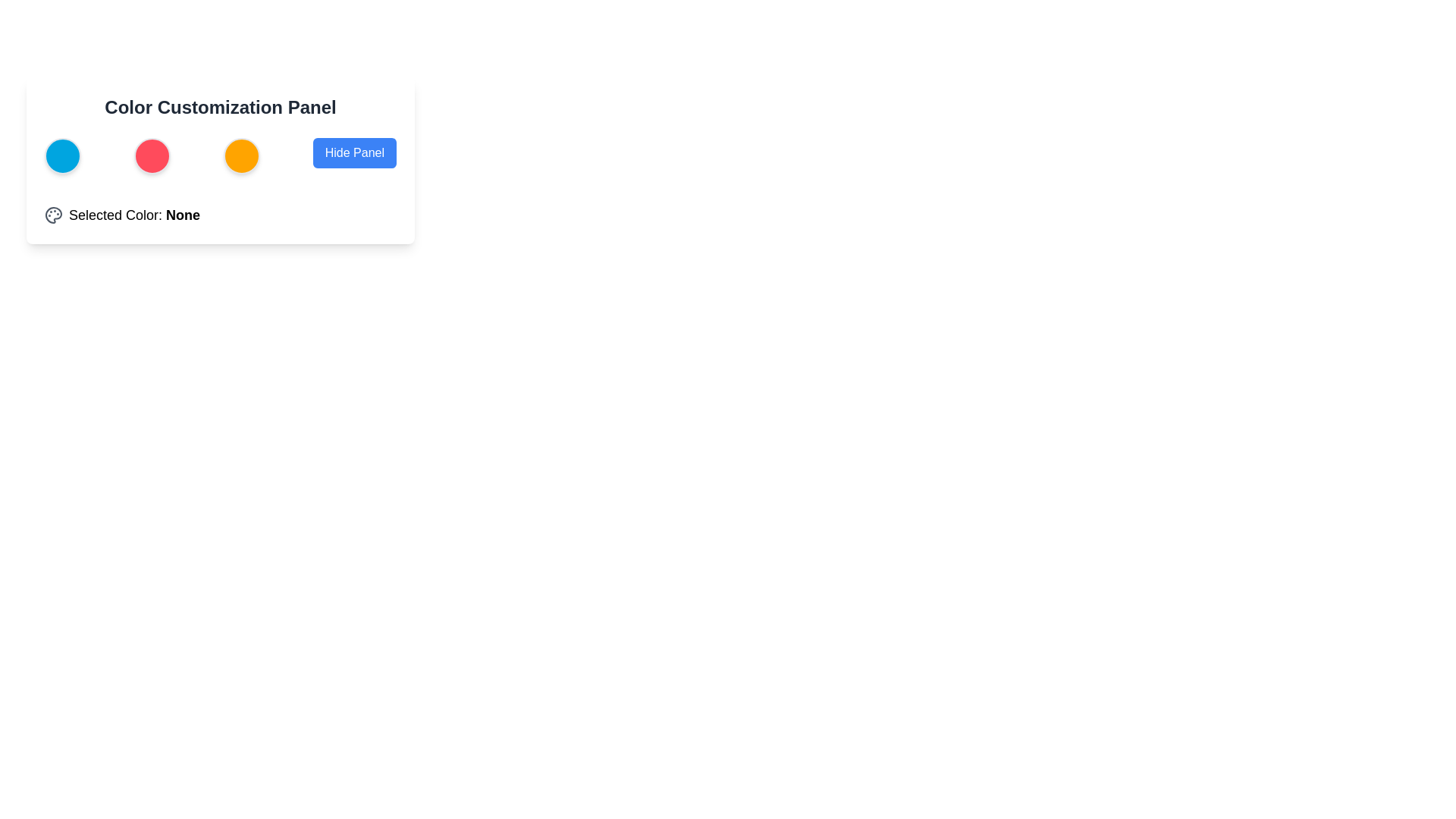 This screenshot has height=819, width=1456. Describe the element at coordinates (61, 155) in the screenshot. I see `the first circular button in the top-left corner of the grid` at that location.